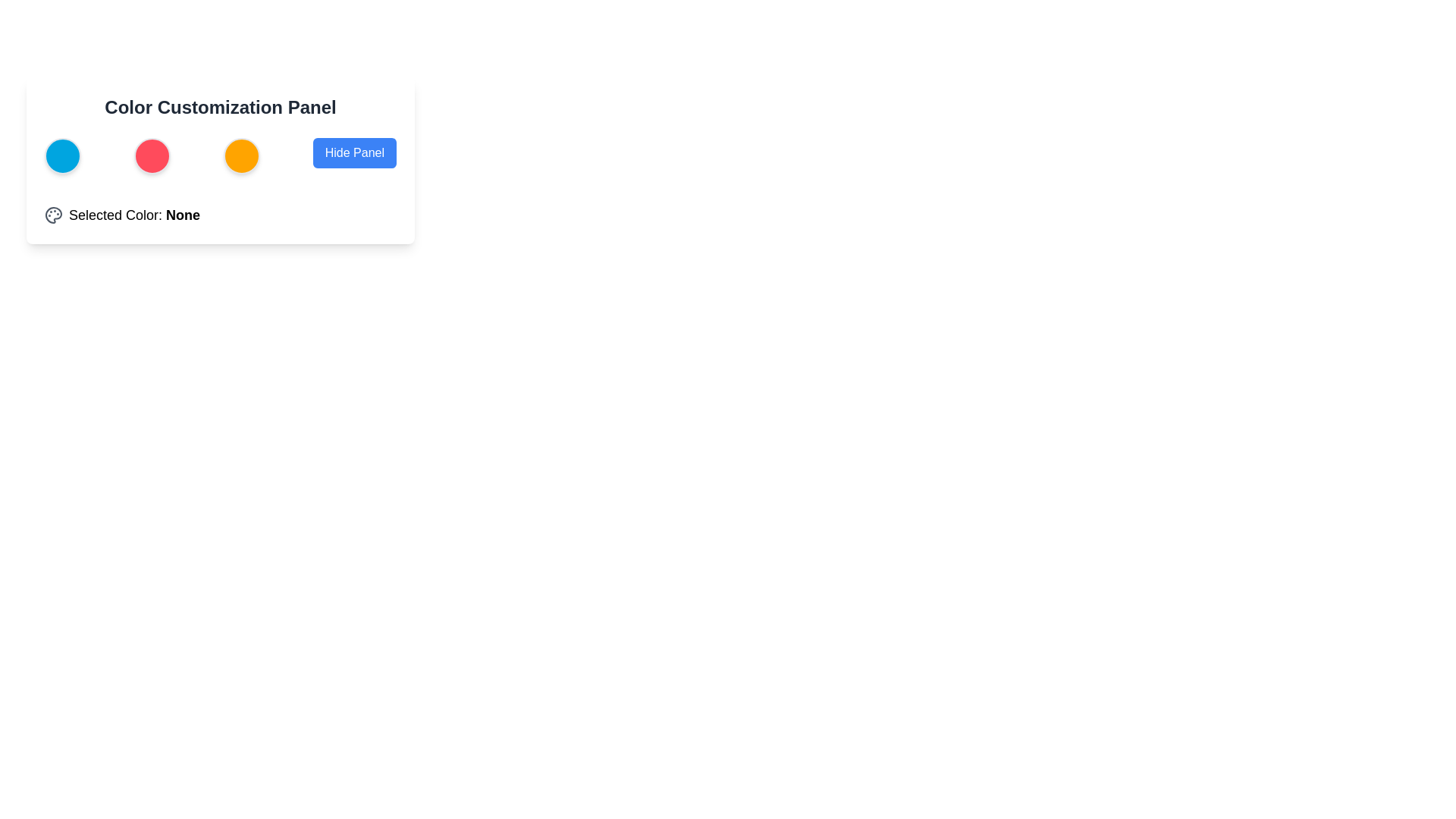 This screenshot has height=819, width=1456. Describe the element at coordinates (61, 155) in the screenshot. I see `the first circular button in the top-left corner of the grid` at that location.